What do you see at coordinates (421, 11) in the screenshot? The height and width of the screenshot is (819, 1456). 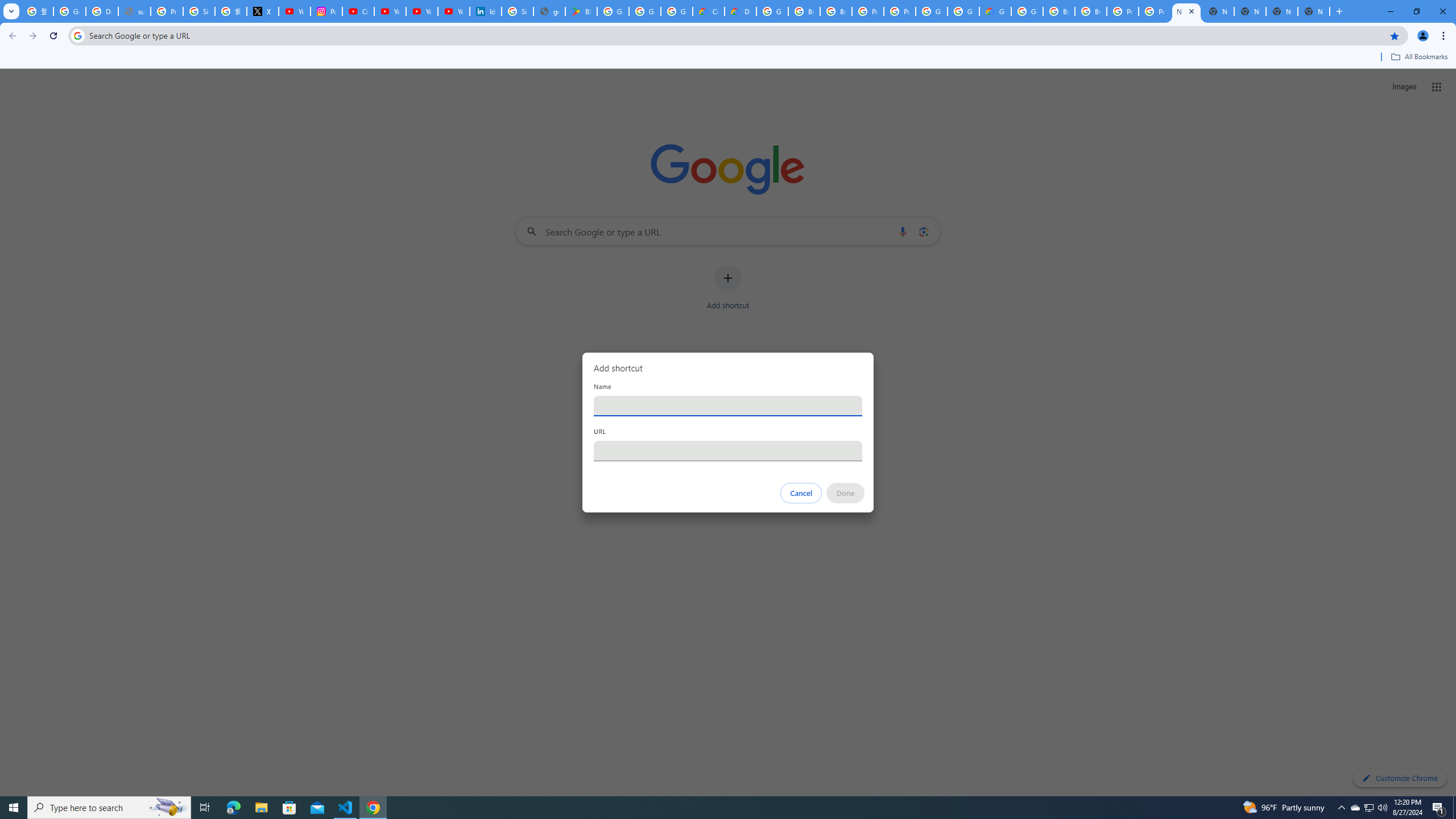 I see `'YouTube Culture & Trends - YouTube Top 10, 2021'` at bounding box center [421, 11].